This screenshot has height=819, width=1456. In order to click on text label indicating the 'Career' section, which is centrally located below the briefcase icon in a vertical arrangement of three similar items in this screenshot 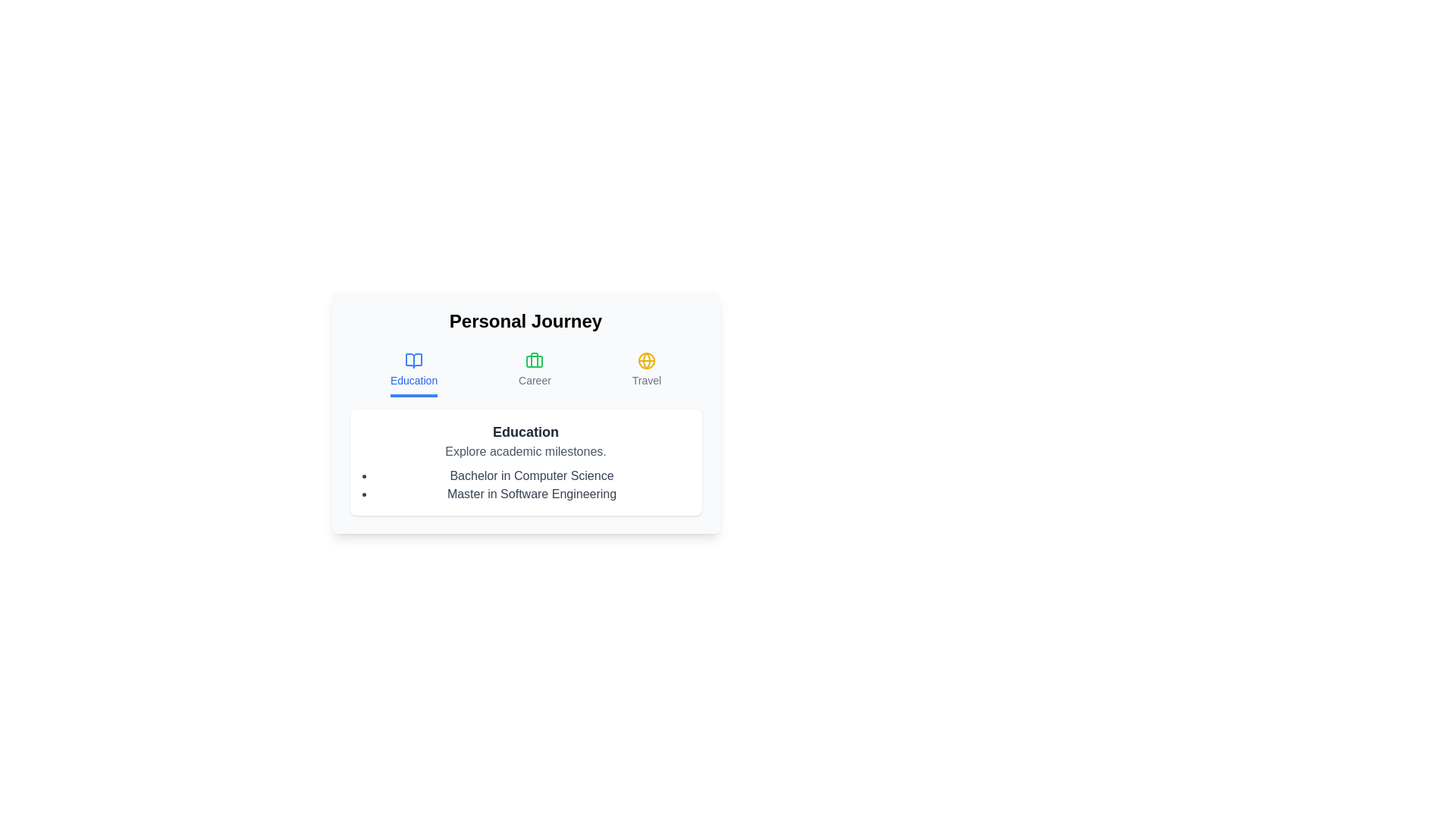, I will do `click(535, 379)`.